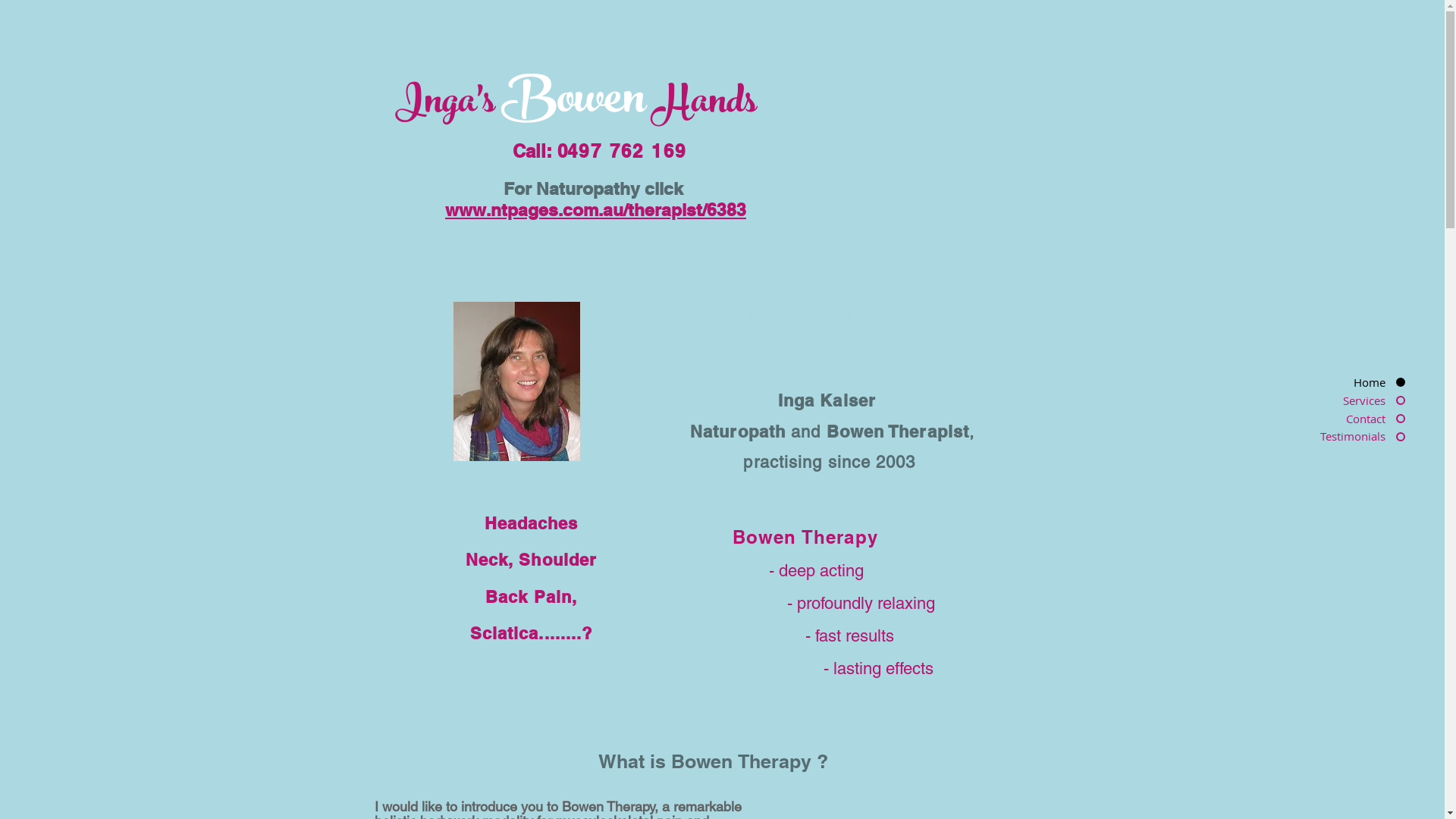  Describe the element at coordinates (704, 104) in the screenshot. I see `'Hands'` at that location.